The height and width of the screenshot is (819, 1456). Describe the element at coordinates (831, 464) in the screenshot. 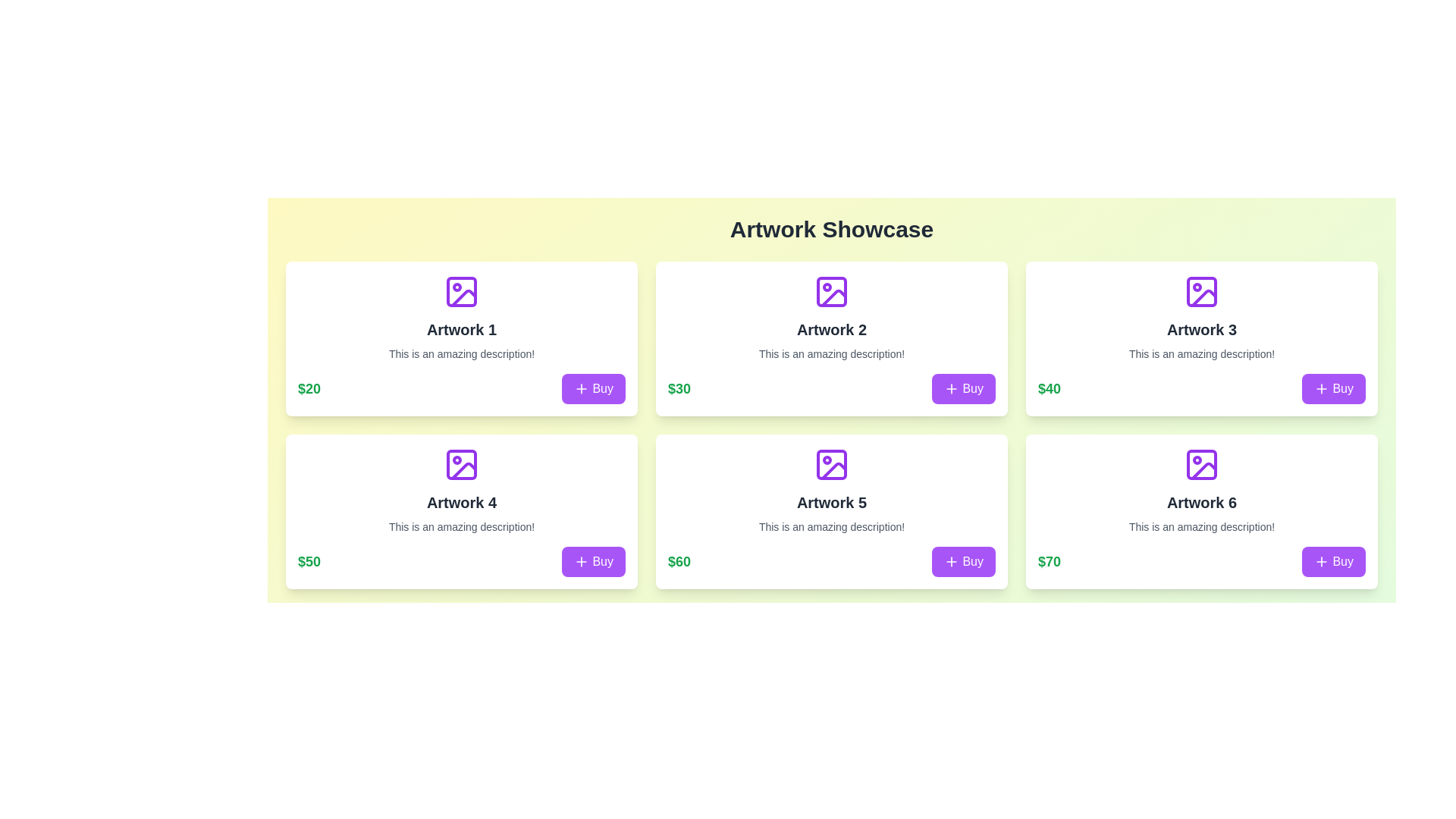

I see `the decorative graphical element within the icon on the card labeled 'Artwork 5' located in the rightmost column of the middle row` at that location.